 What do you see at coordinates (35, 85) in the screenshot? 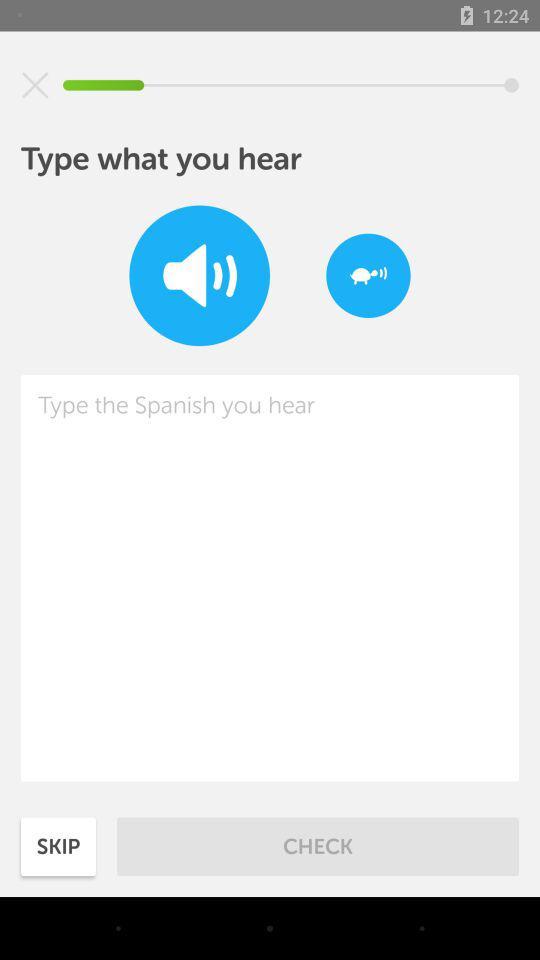
I see `window` at bounding box center [35, 85].